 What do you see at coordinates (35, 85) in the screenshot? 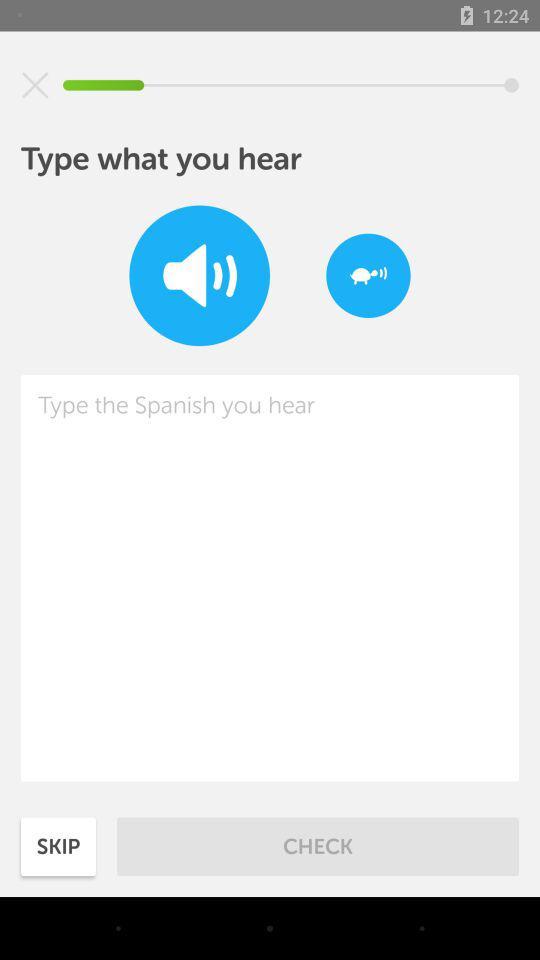
I see `window` at bounding box center [35, 85].